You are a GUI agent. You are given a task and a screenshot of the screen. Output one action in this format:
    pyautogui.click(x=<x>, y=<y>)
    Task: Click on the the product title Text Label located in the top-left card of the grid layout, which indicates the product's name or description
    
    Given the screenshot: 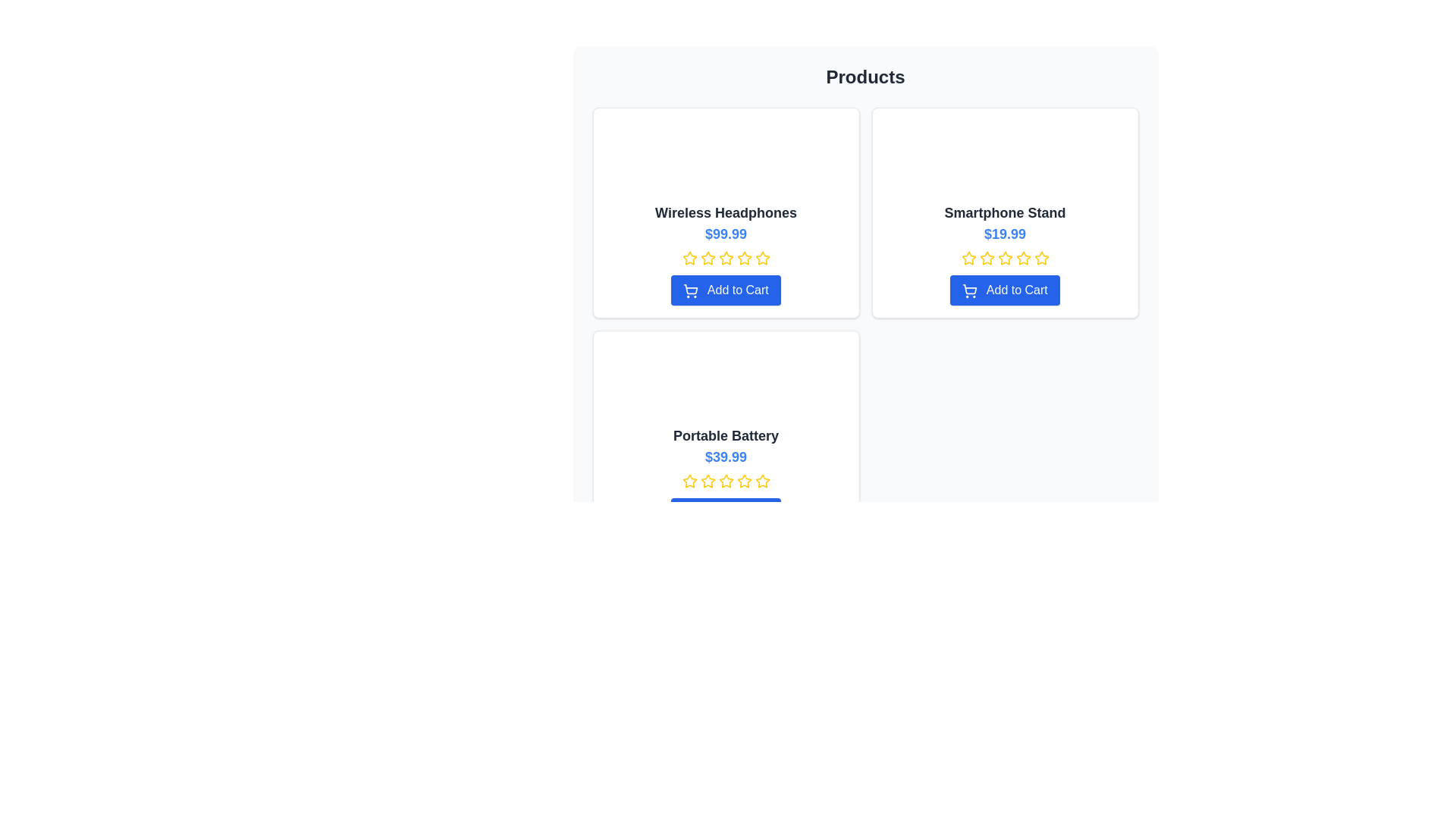 What is the action you would take?
    pyautogui.click(x=725, y=213)
    